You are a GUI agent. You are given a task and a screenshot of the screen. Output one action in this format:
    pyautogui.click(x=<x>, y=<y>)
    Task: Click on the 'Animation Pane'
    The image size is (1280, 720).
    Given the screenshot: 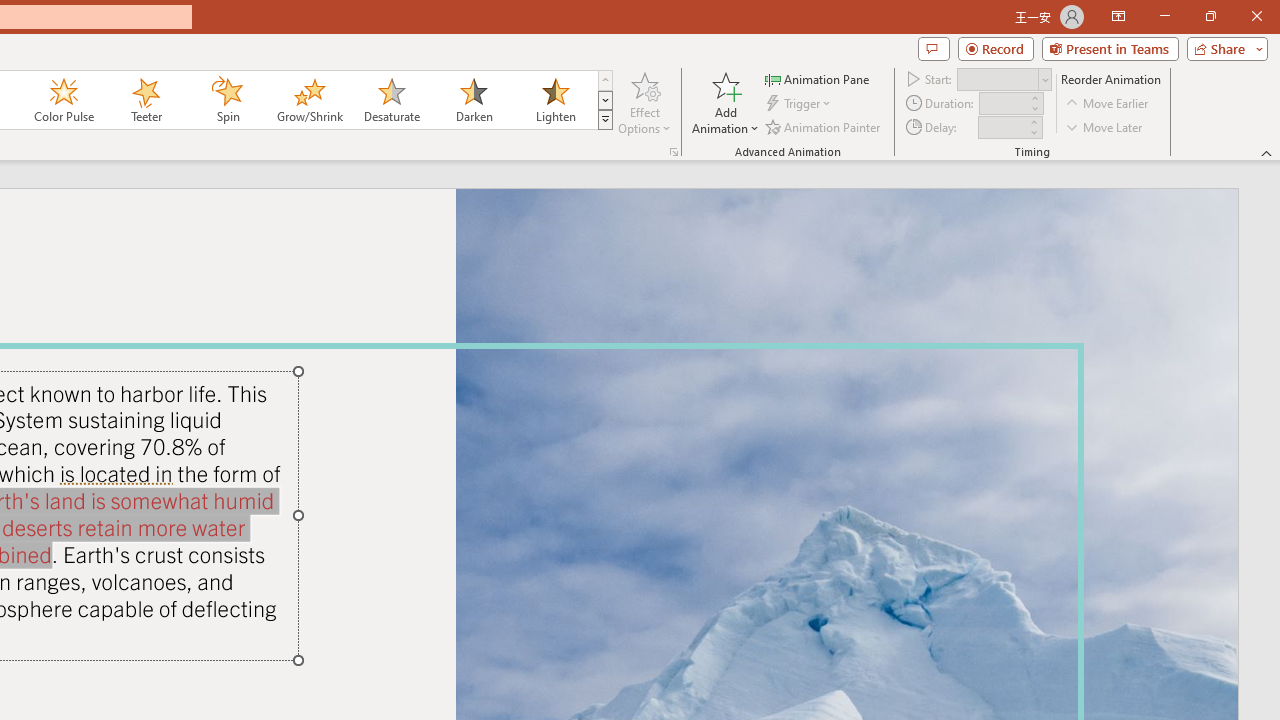 What is the action you would take?
    pyautogui.click(x=818, y=78)
    